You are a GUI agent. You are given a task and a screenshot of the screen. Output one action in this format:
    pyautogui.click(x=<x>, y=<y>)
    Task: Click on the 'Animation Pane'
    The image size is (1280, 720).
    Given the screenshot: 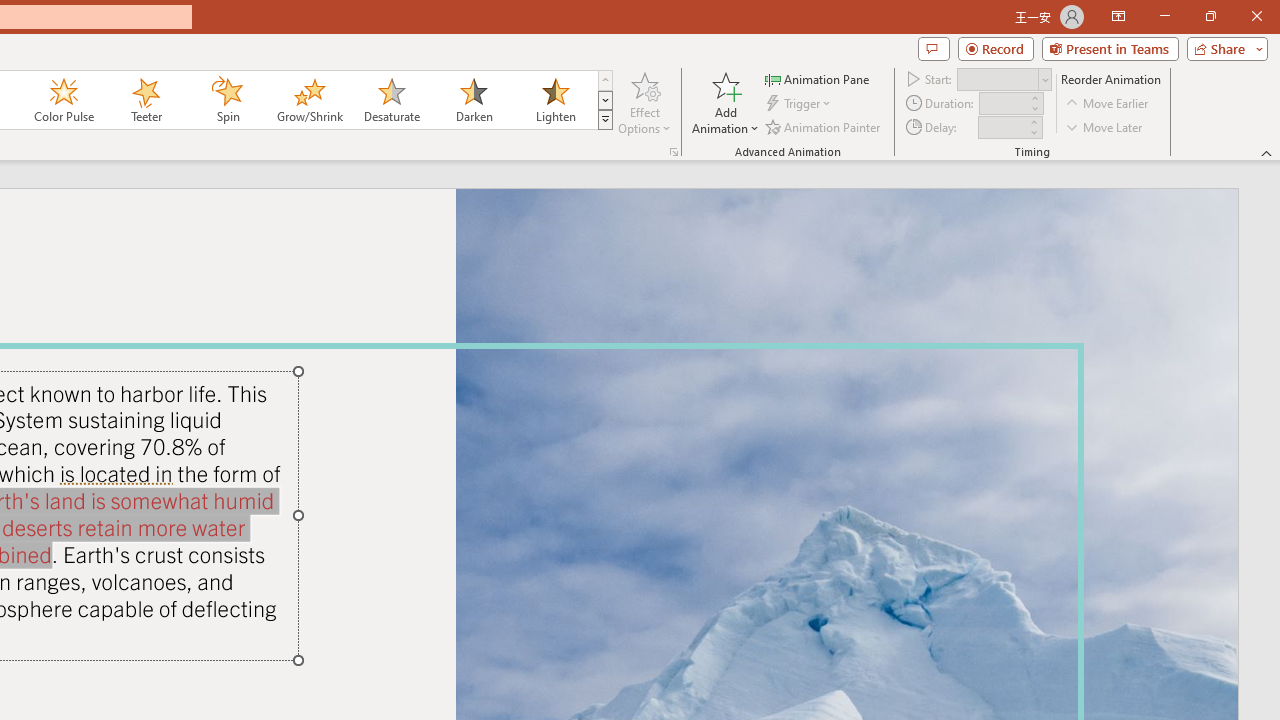 What is the action you would take?
    pyautogui.click(x=818, y=78)
    